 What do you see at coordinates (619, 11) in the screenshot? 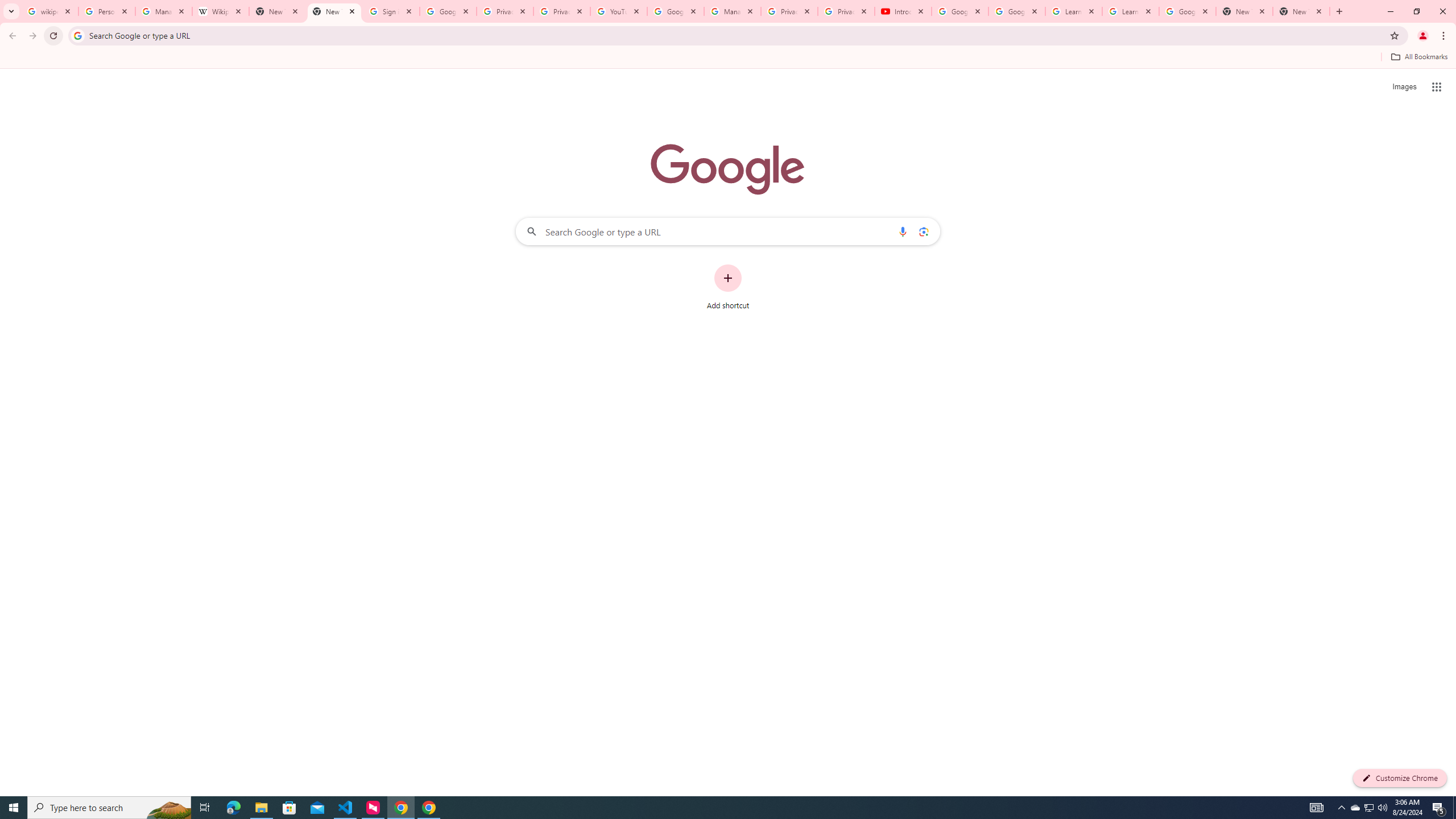
I see `'YouTube'` at bounding box center [619, 11].